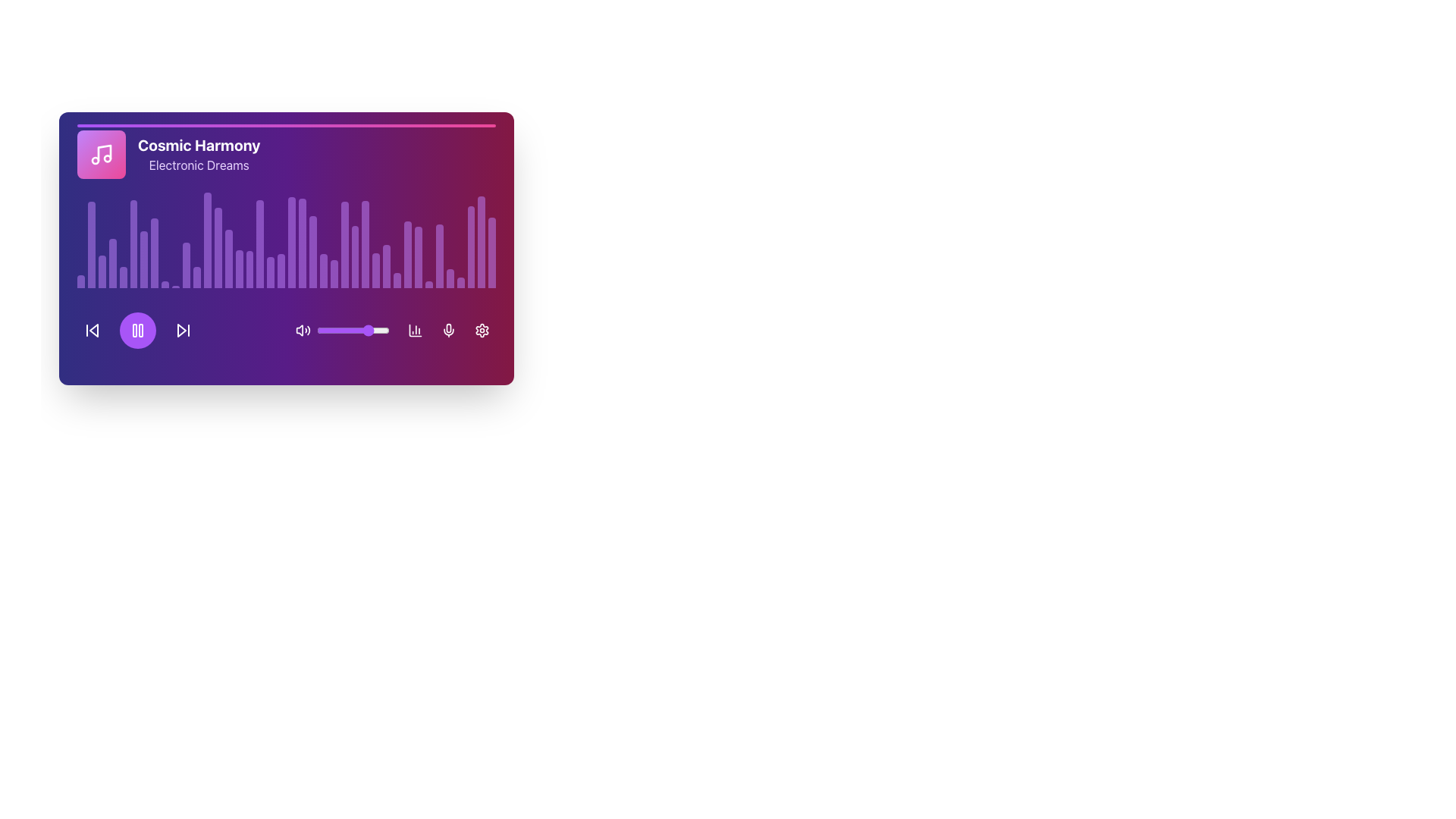 The height and width of the screenshot is (819, 1456). Describe the element at coordinates (249, 268) in the screenshot. I see `the 17th visual indicator or chart bar in the horizontal layout within the bottom half of the interface` at that location.